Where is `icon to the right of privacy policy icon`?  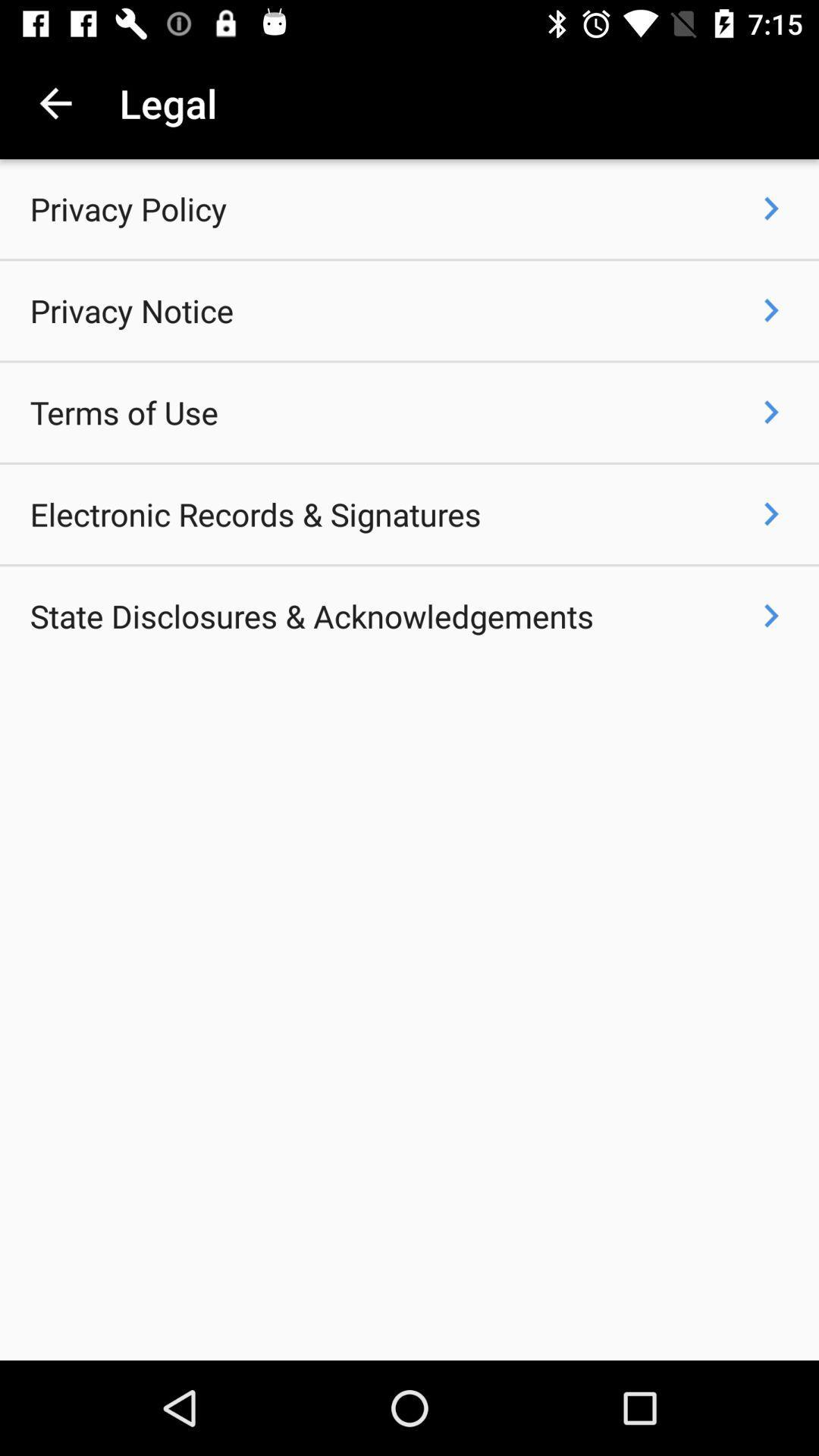 icon to the right of privacy policy icon is located at coordinates (771, 208).